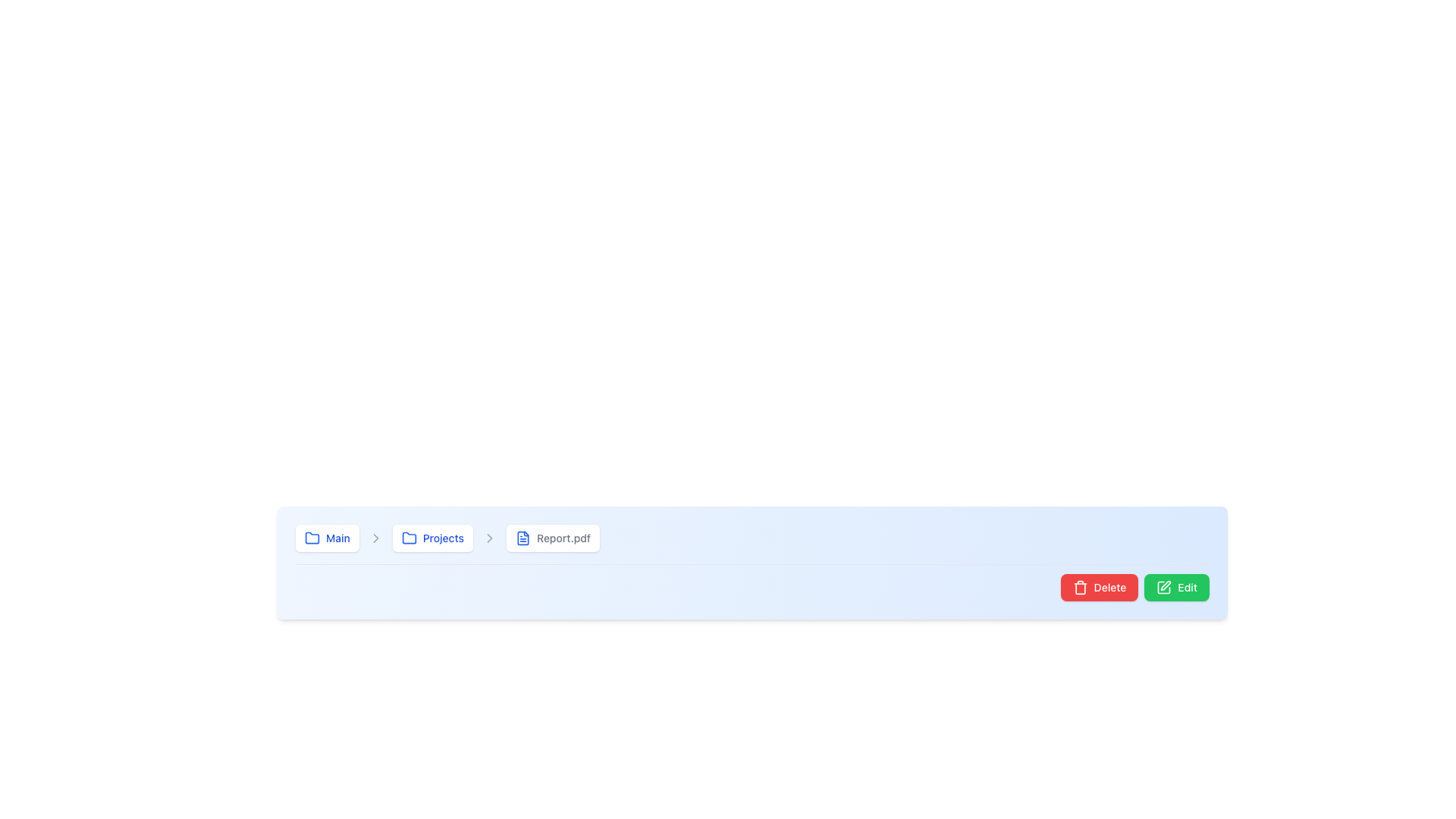  I want to click on the file item icon representing 'Report.pdf' in the breadcrumb navigation, so click(523, 537).